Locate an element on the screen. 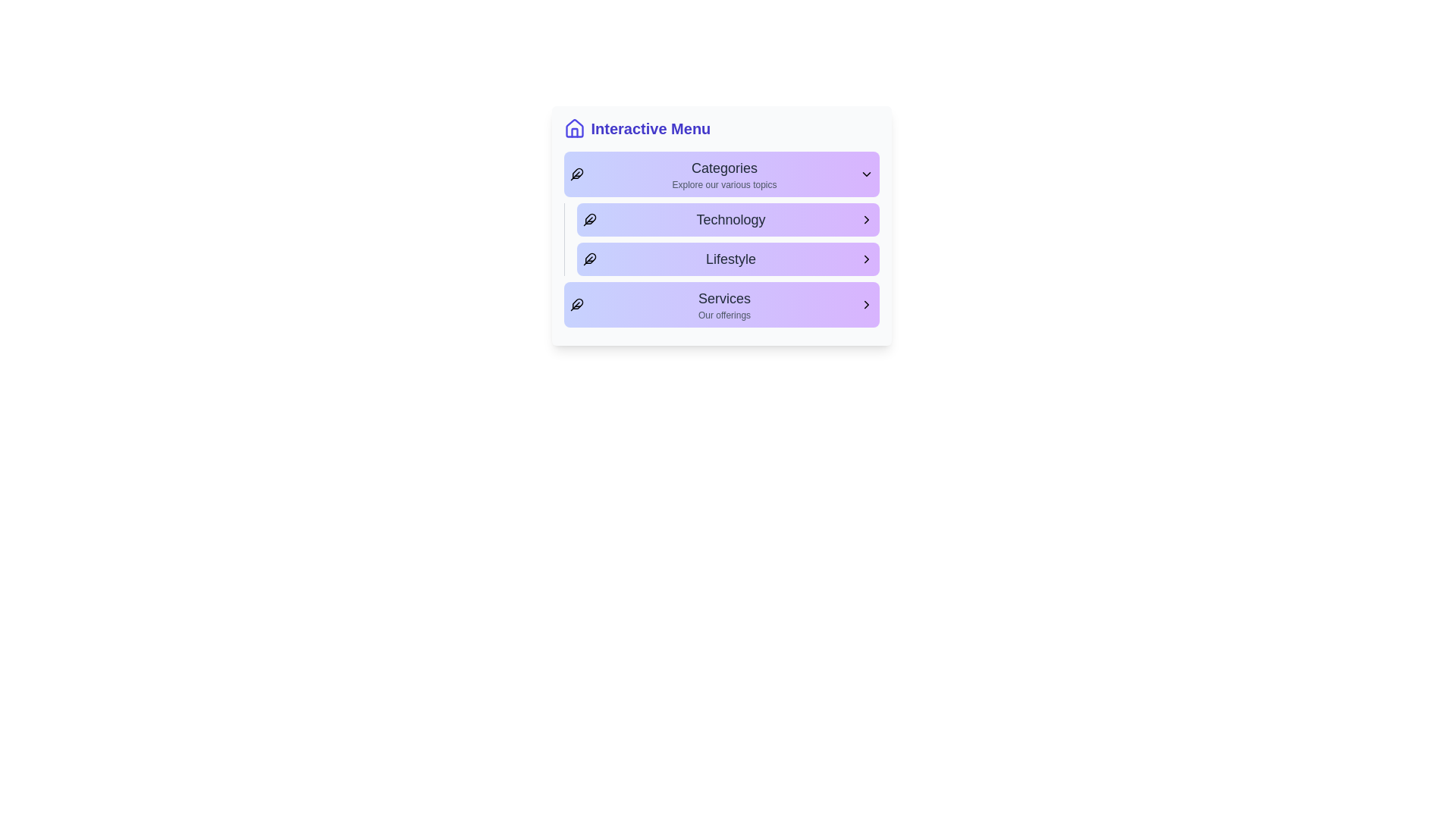 This screenshot has width=1456, height=819. the 'Technology' text label, which signifies the 'Technology' section in the vertical menu list, positioned between 'Categories' and 'Lifestyle' is located at coordinates (731, 219).